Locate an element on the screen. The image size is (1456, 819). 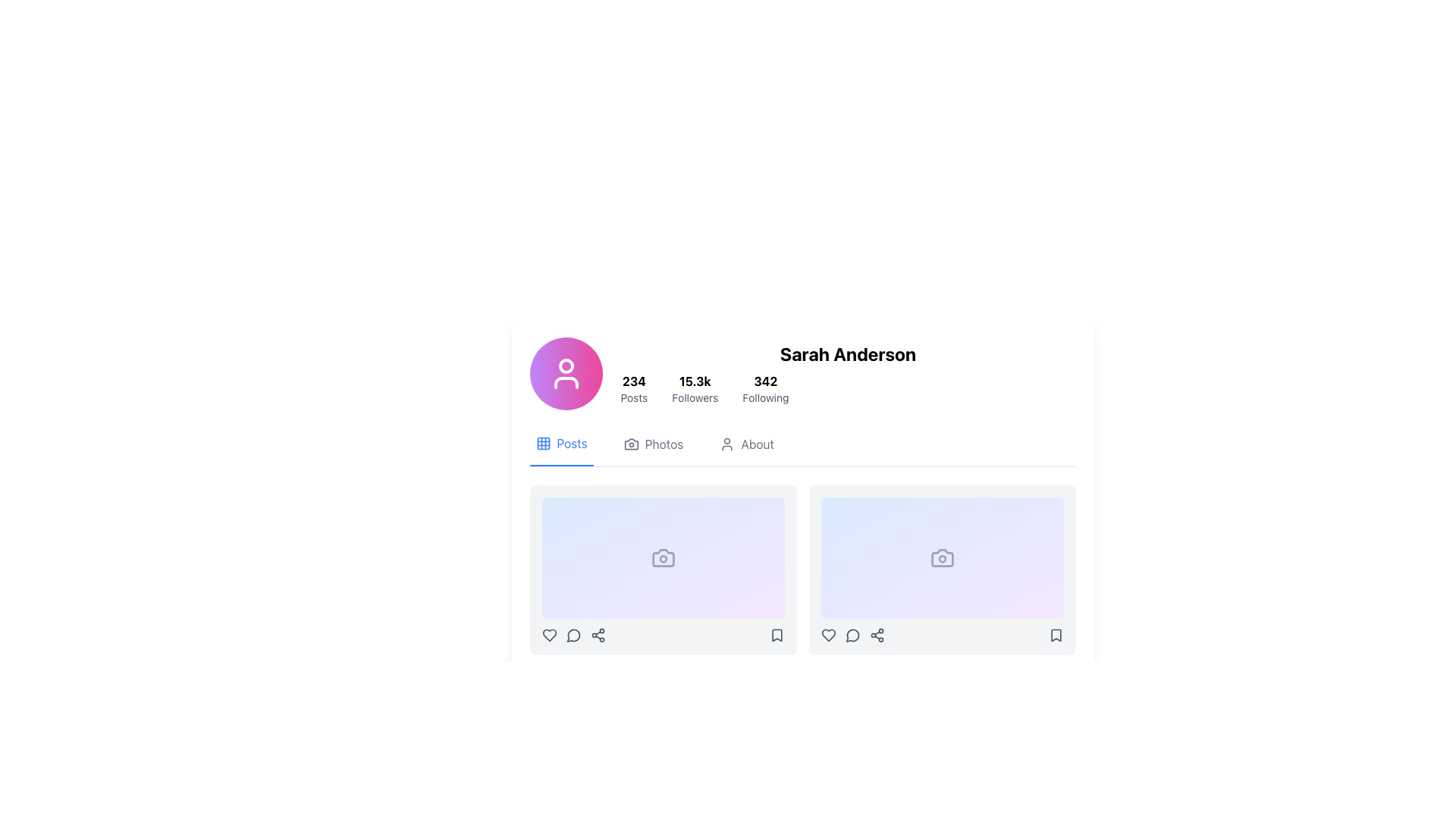
the first Image Placeholder Card, which serves as an image preview and is located to the left of similar cards in a row is located at coordinates (663, 558).